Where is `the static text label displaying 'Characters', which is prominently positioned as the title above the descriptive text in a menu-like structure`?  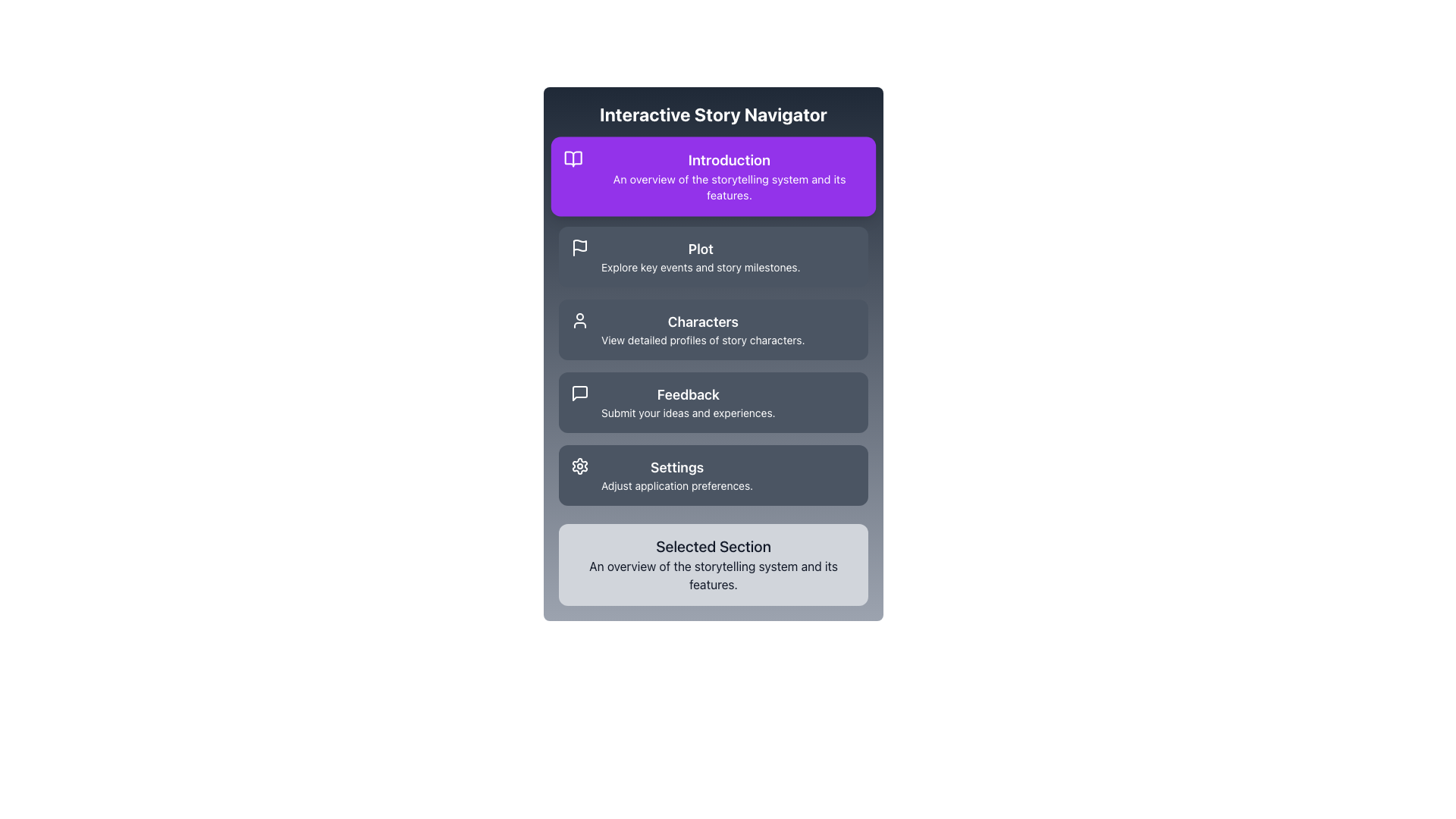 the static text label displaying 'Characters', which is prominently positioned as the title above the descriptive text in a menu-like structure is located at coordinates (702, 321).